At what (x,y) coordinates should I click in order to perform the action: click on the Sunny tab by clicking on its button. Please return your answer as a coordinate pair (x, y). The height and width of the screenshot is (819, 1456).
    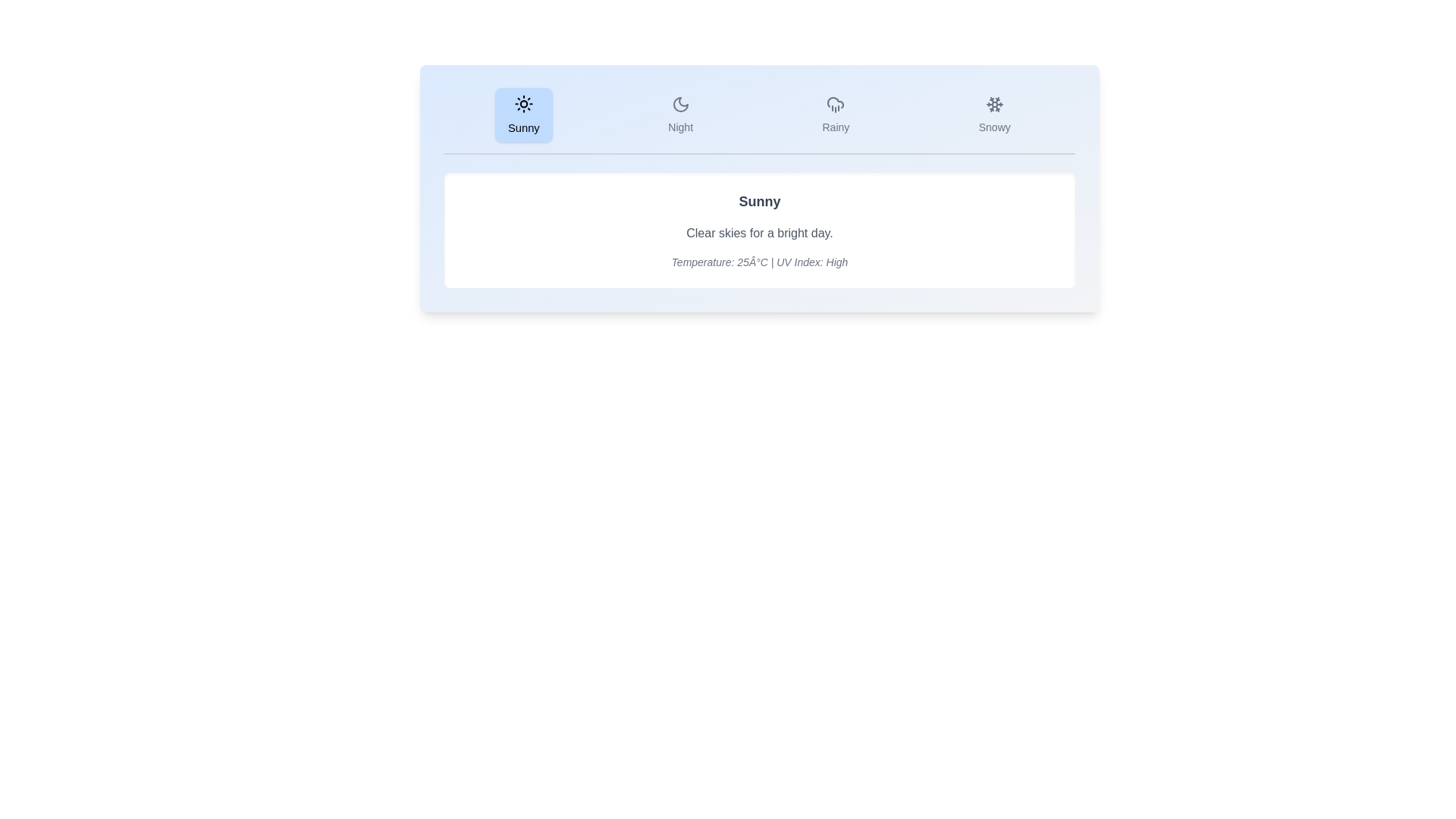
    Looking at the image, I should click on (524, 114).